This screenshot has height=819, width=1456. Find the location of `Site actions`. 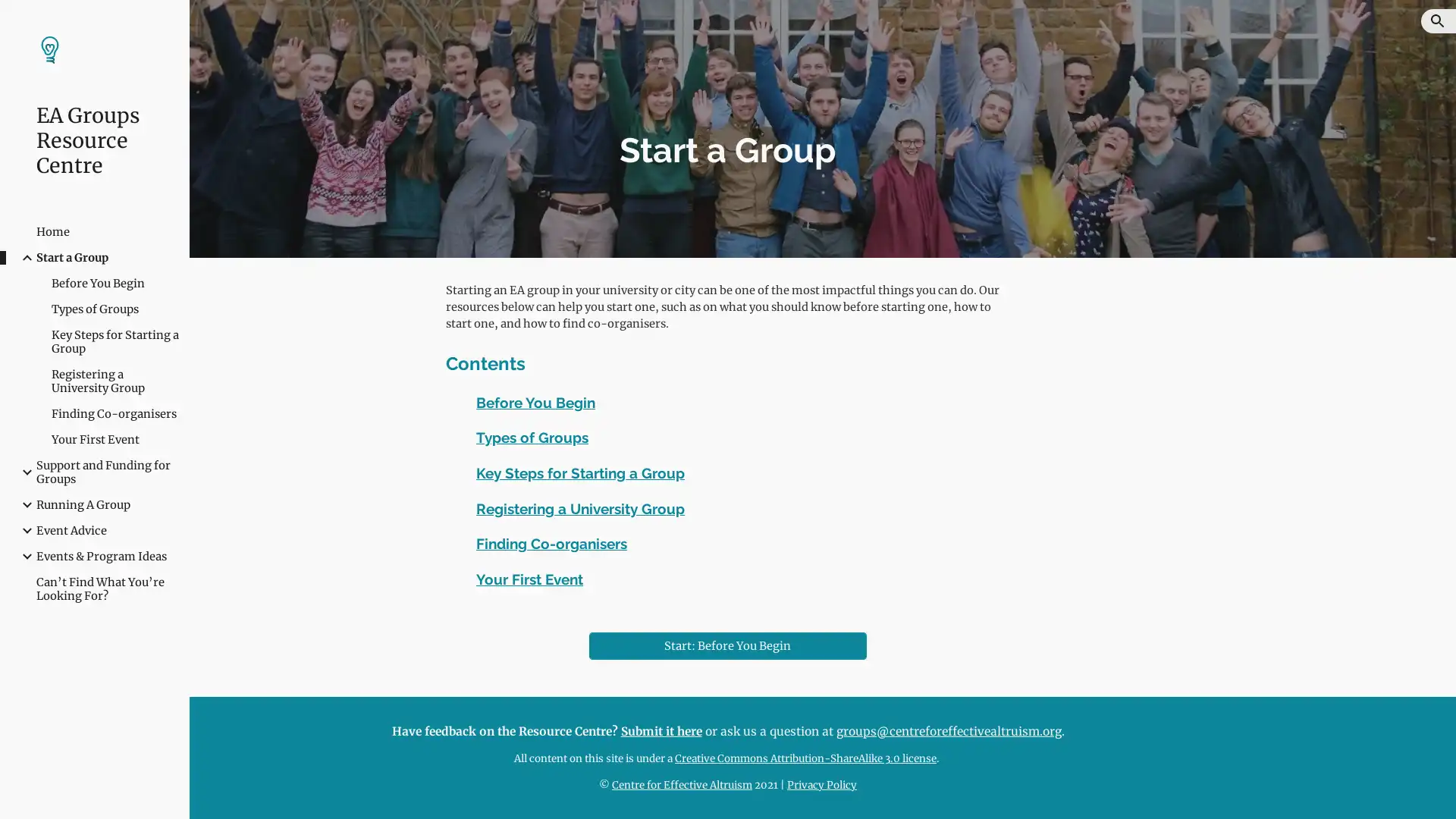

Site actions is located at coordinates (216, 792).